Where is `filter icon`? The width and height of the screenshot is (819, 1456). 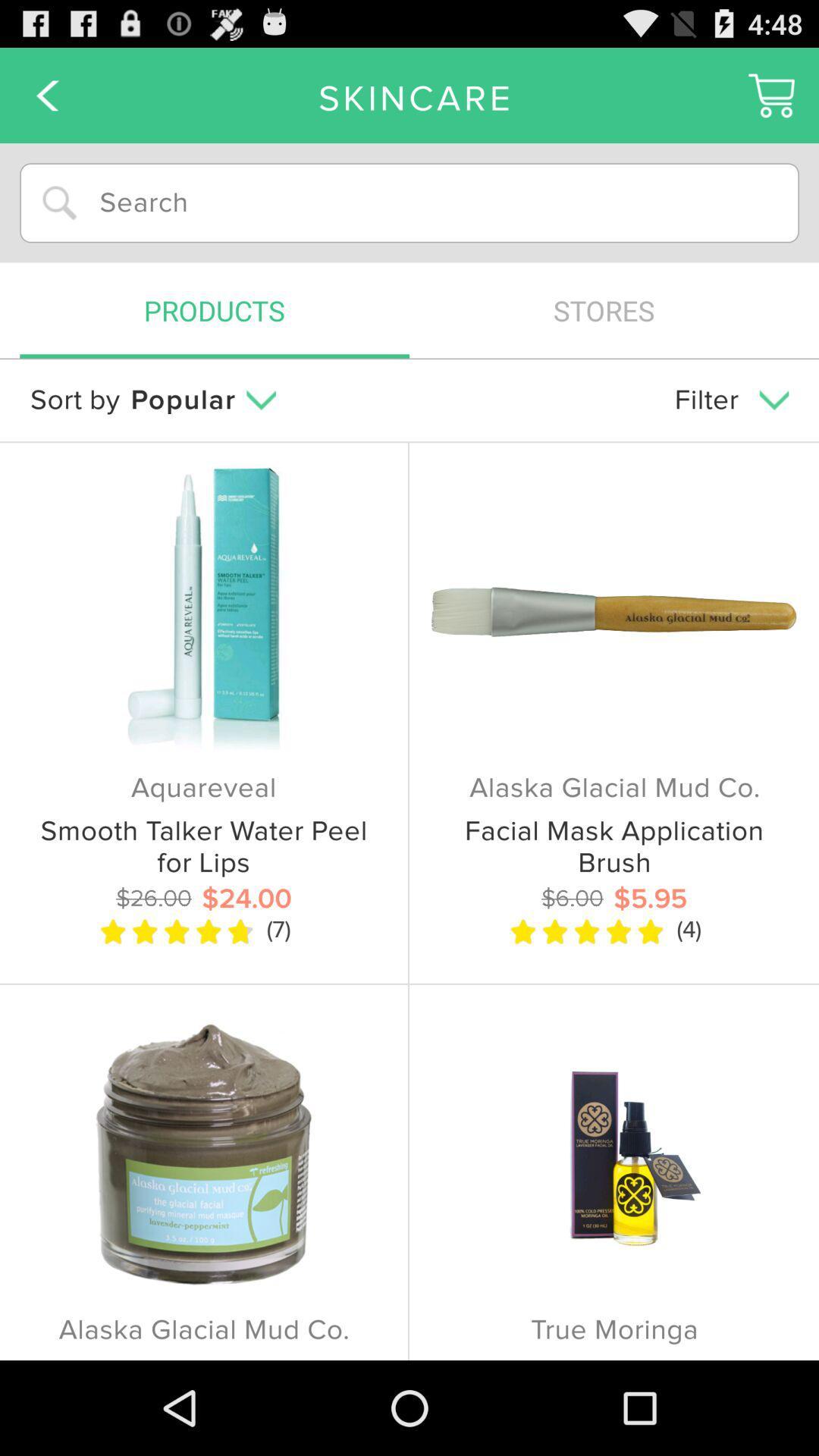
filter icon is located at coordinates (730, 400).